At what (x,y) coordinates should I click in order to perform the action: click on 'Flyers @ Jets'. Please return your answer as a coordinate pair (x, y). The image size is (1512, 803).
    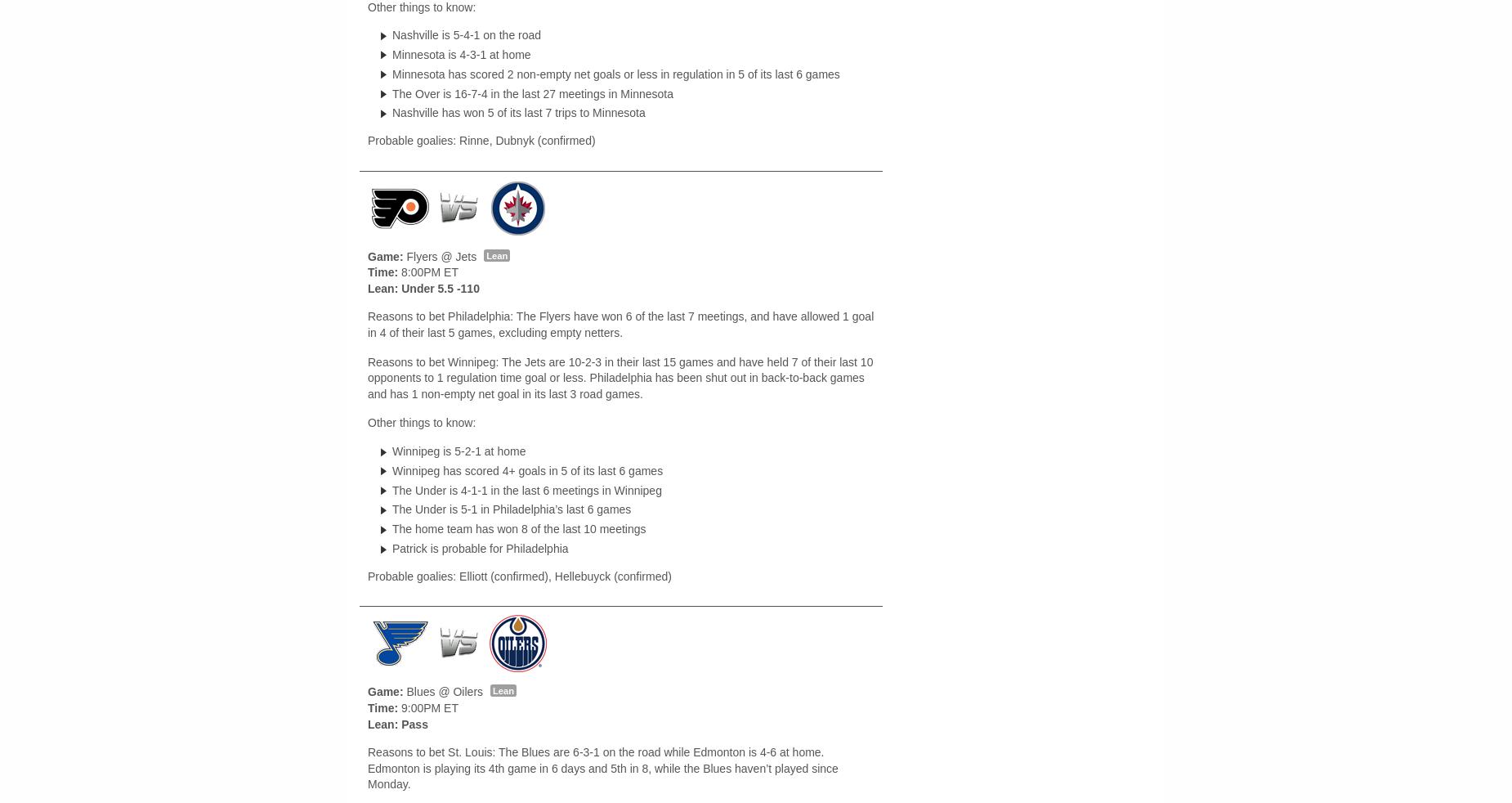
    Looking at the image, I should click on (403, 255).